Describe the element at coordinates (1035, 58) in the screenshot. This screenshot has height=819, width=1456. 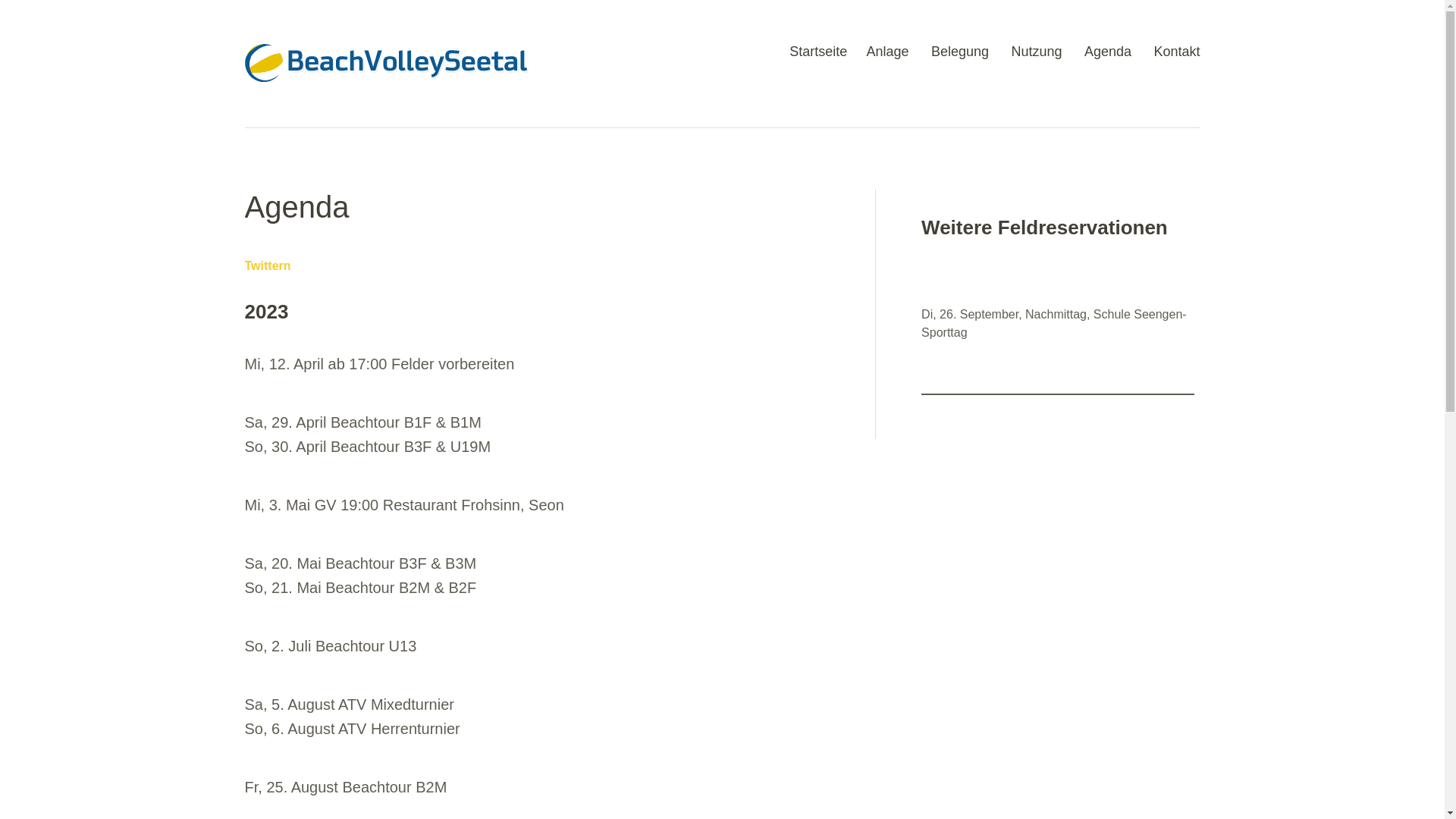
I see `'Nutzung'` at that location.